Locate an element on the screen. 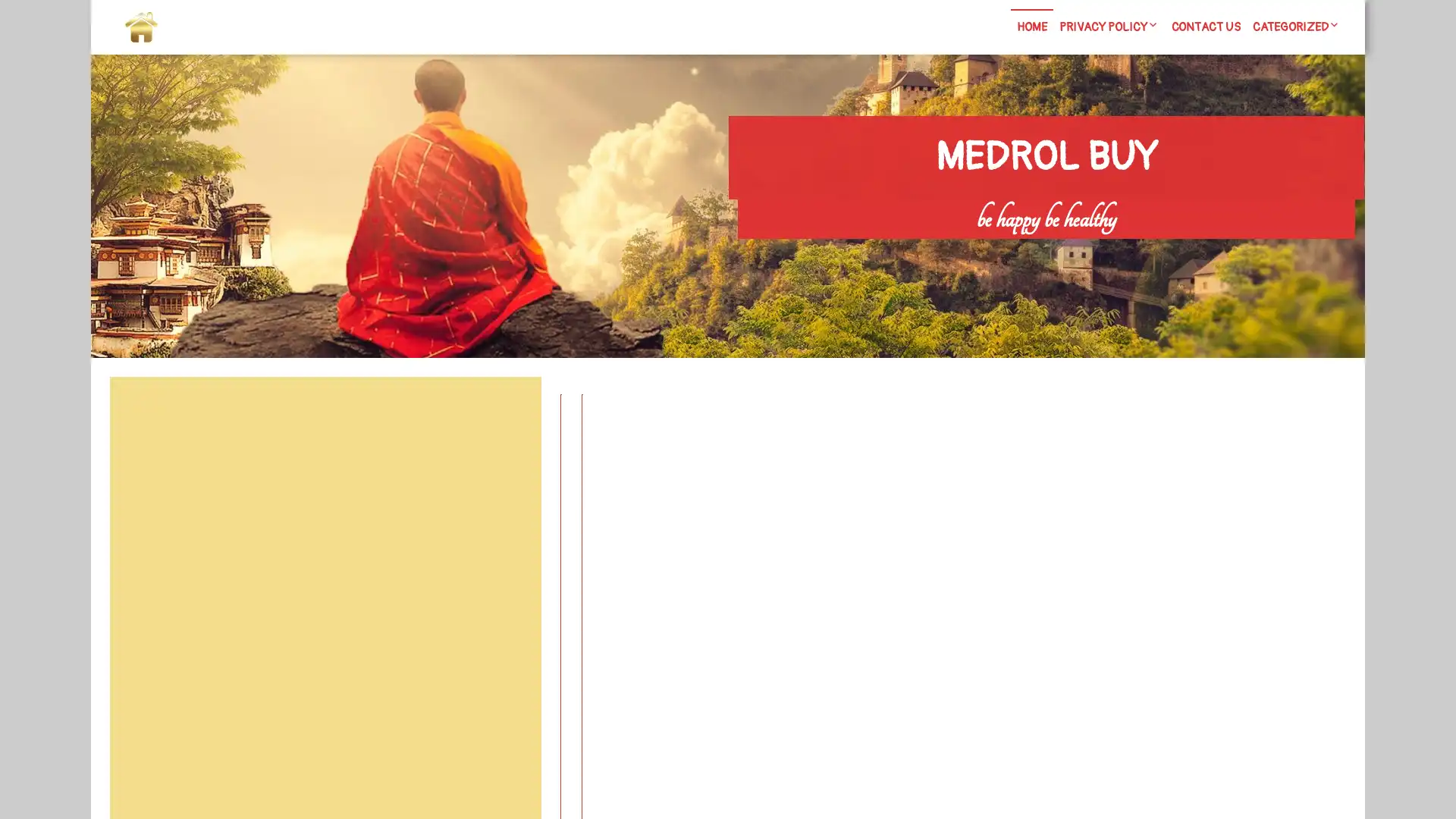 Image resolution: width=1456 pixels, height=819 pixels. Search is located at coordinates (506, 413).